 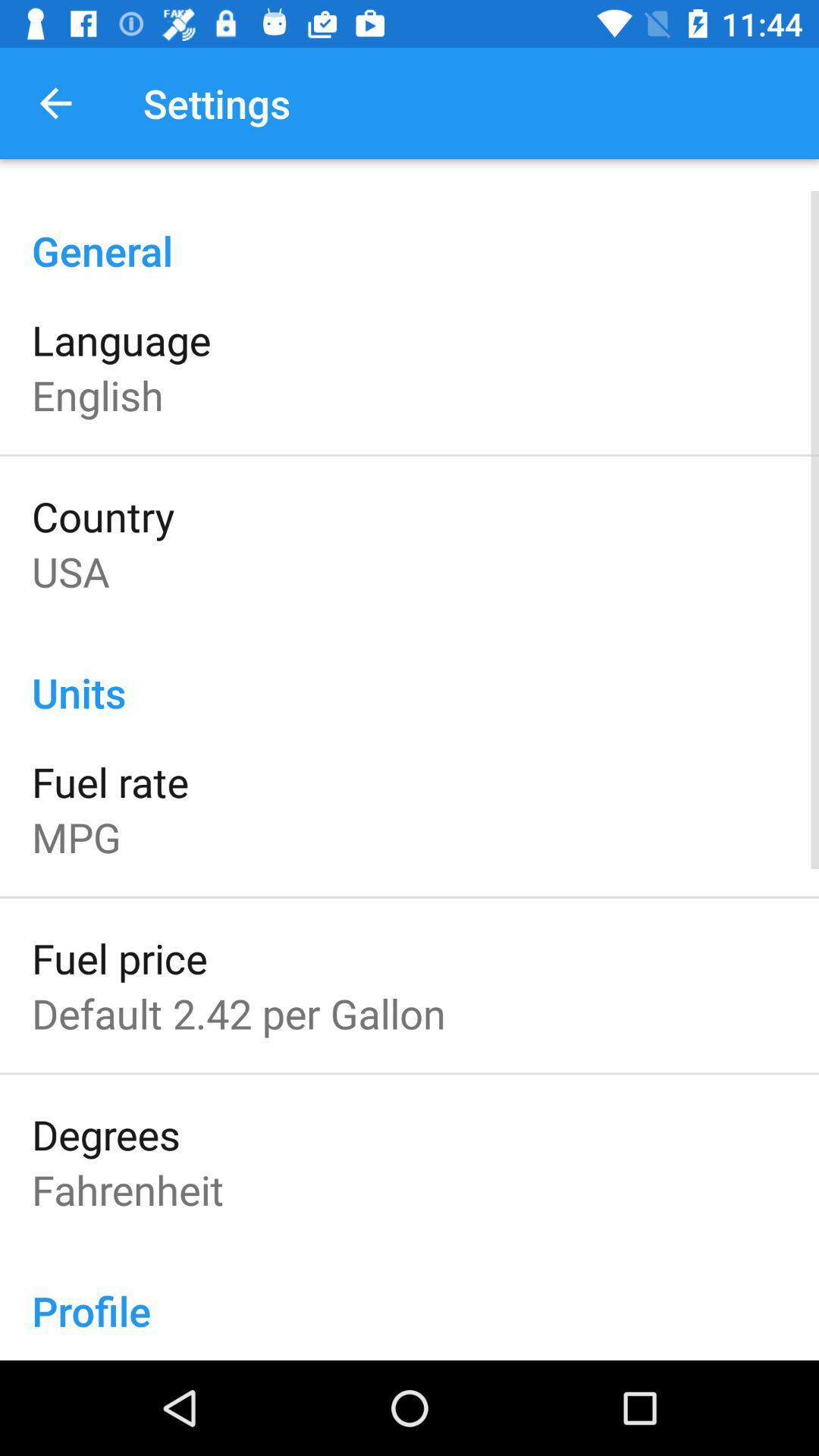 I want to click on the fahrenheit, so click(x=127, y=1188).